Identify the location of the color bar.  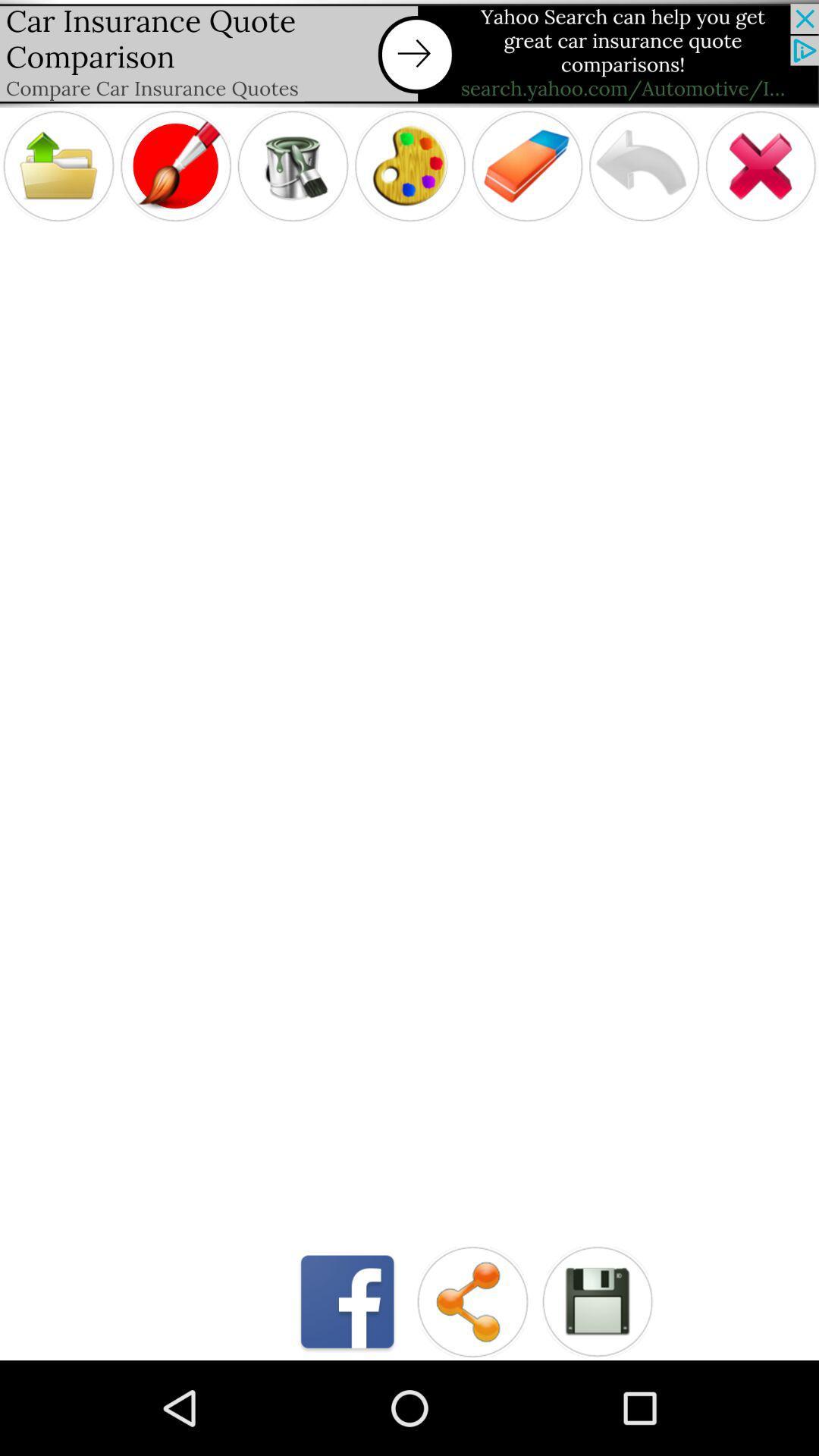
(409, 166).